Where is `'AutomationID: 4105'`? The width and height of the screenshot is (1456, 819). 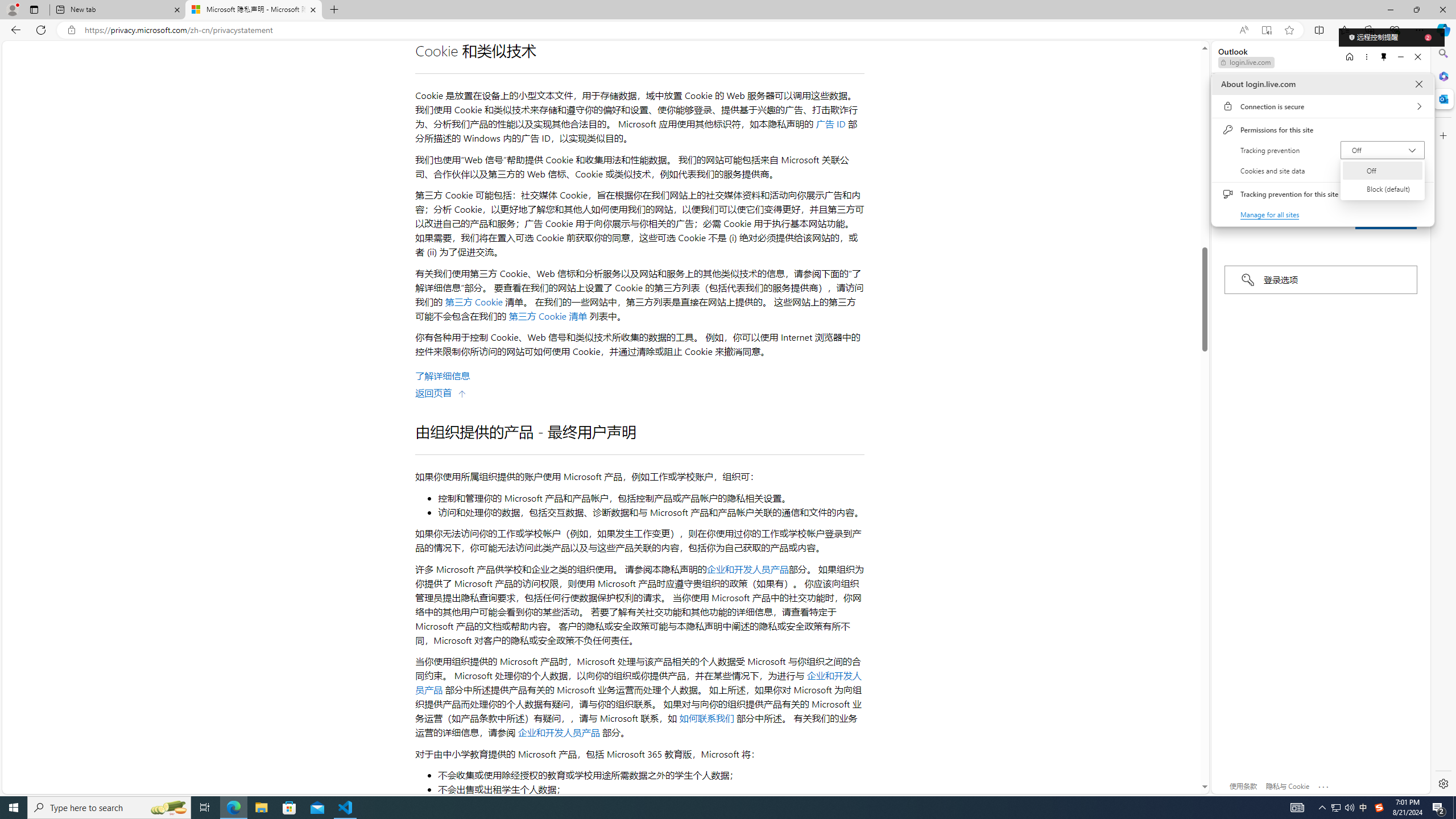
'AutomationID: 4105' is located at coordinates (1296, 806).